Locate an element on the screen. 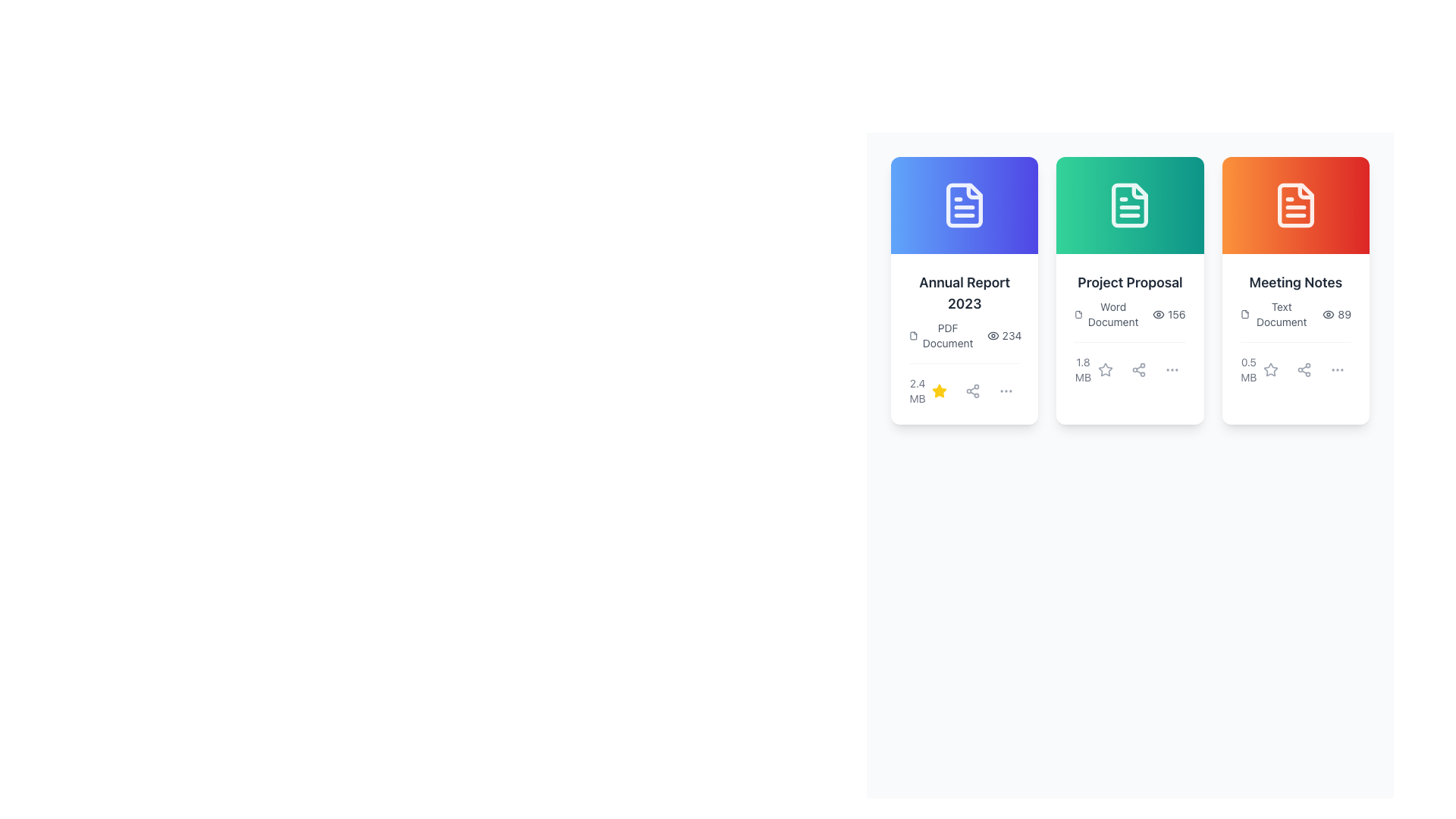  the document icon with a folded corner on the 'Project Proposal' card, which is centered at the top of the card and has a white icon on a green background is located at coordinates (1130, 205).